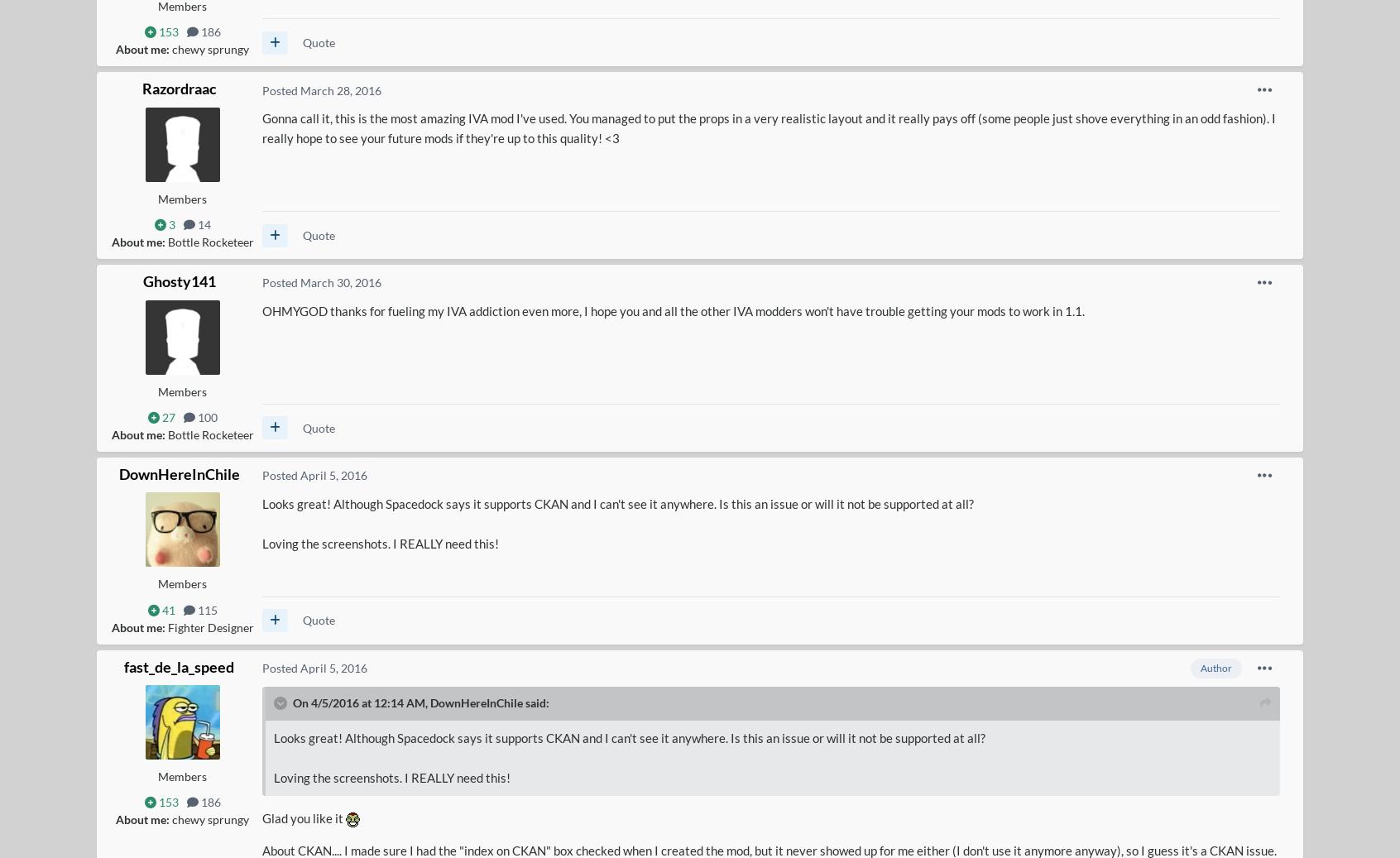  I want to click on 'About CKAN.... I made sure I had the "index on CKAN" box checked when I created the mod, but it never showed up for me either (I don't use it anymore anyway), so I guess it's a CKAN issue.', so click(261, 850).